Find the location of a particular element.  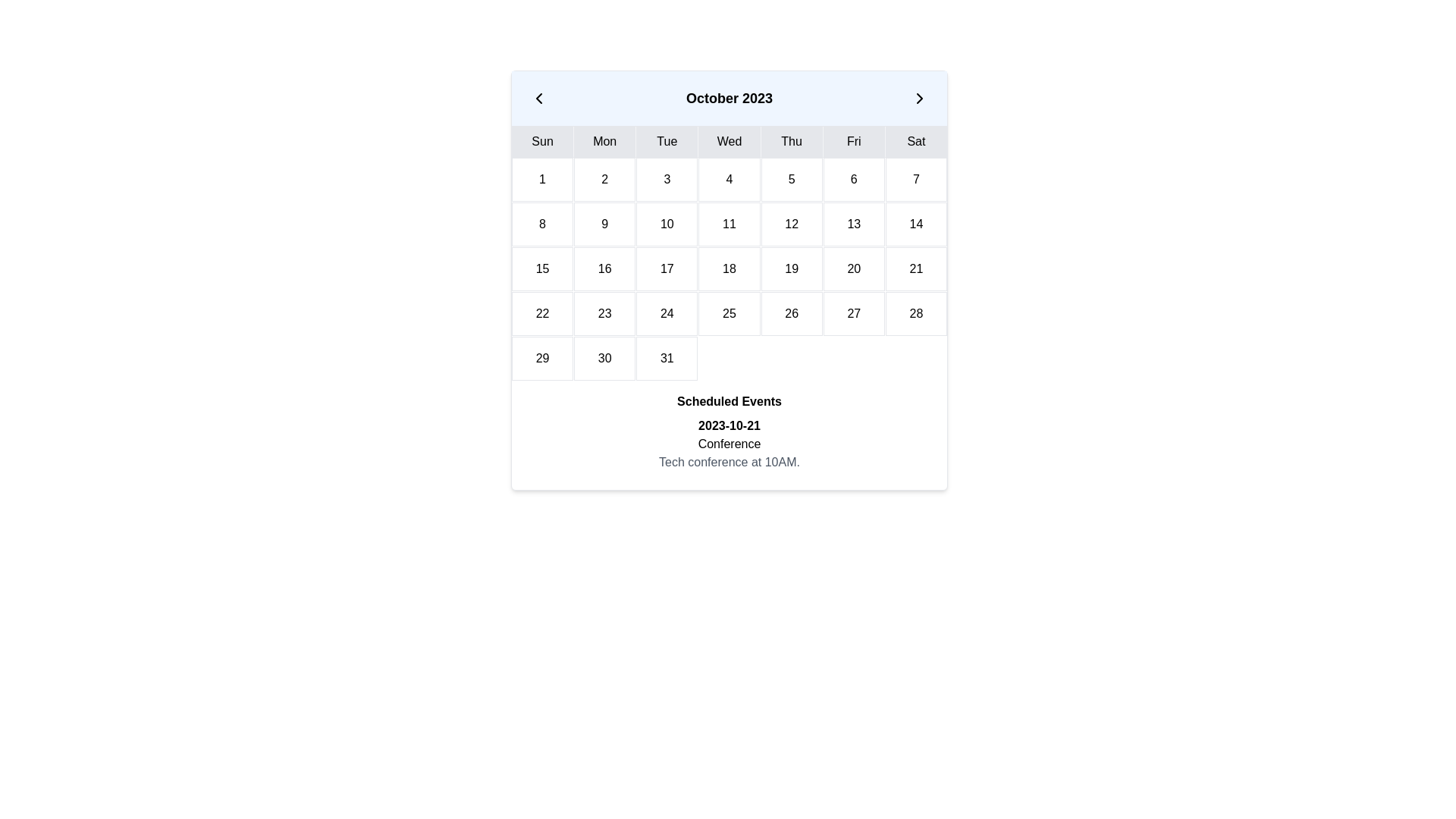

the Calendar Day Cell displaying the date '15' is located at coordinates (542, 268).